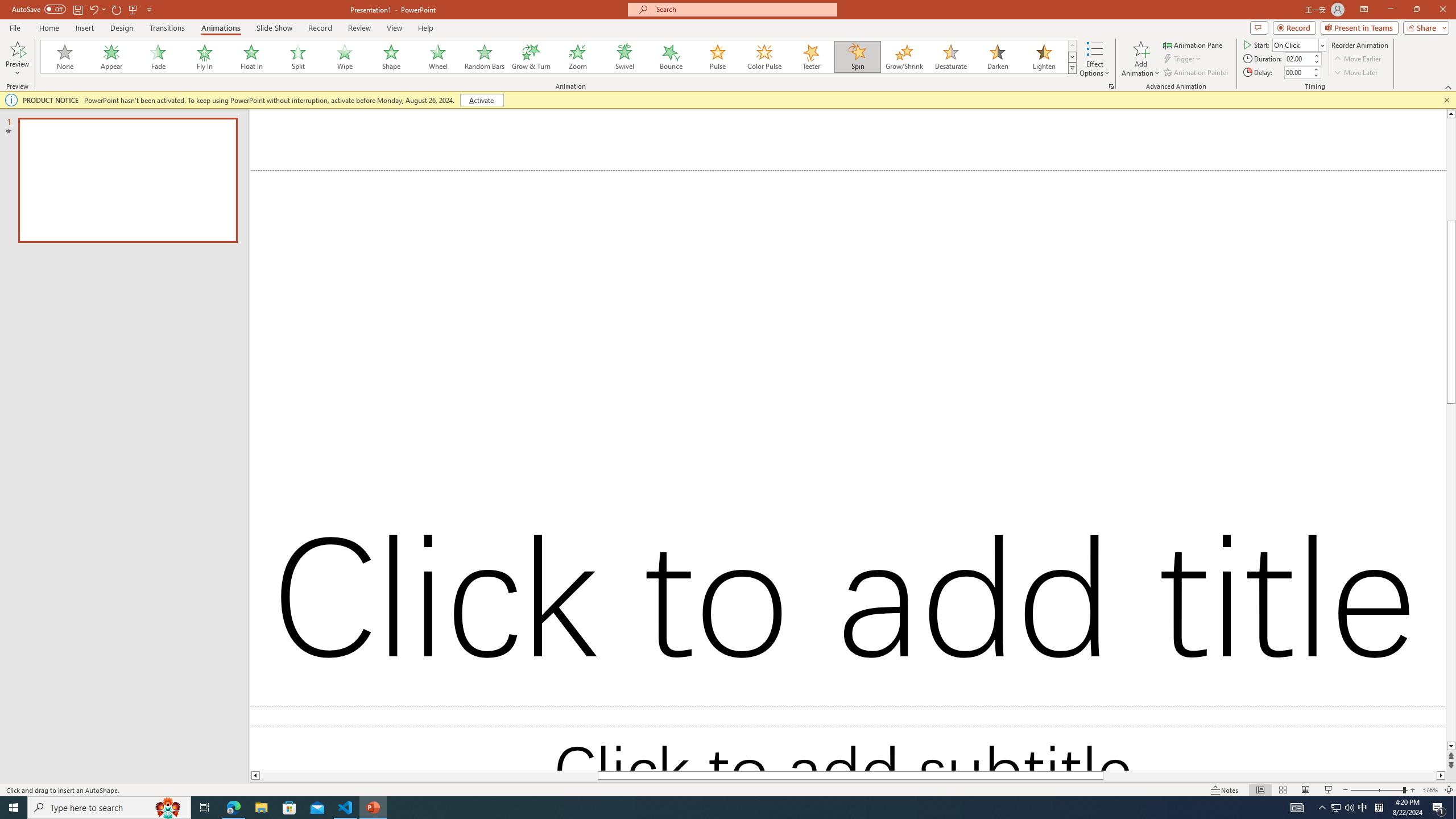 The image size is (1456, 819). I want to click on 'Preview', so click(16, 59).